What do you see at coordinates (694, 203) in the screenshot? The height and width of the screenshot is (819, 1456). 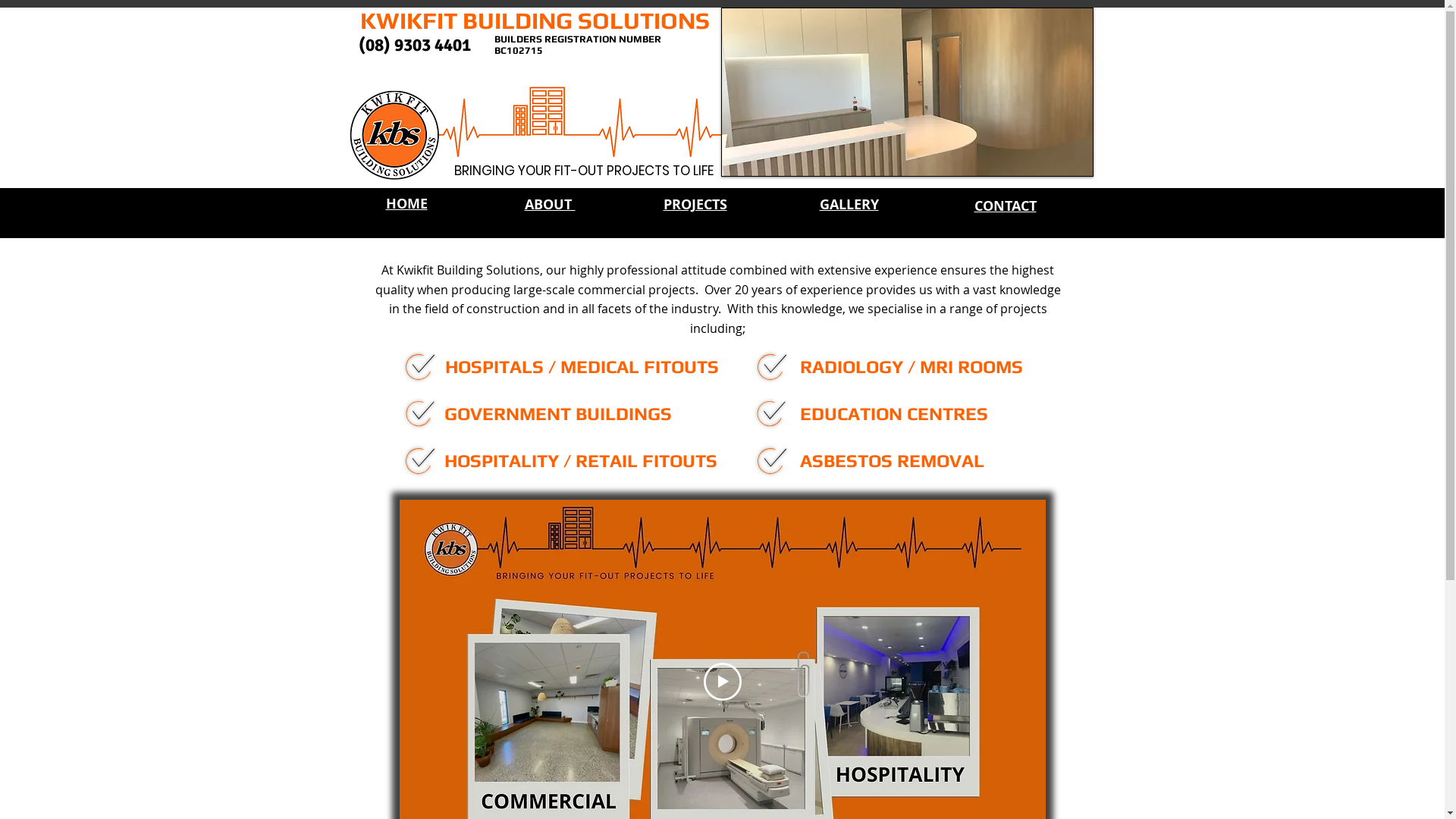 I see `'PROJECTS'` at bounding box center [694, 203].